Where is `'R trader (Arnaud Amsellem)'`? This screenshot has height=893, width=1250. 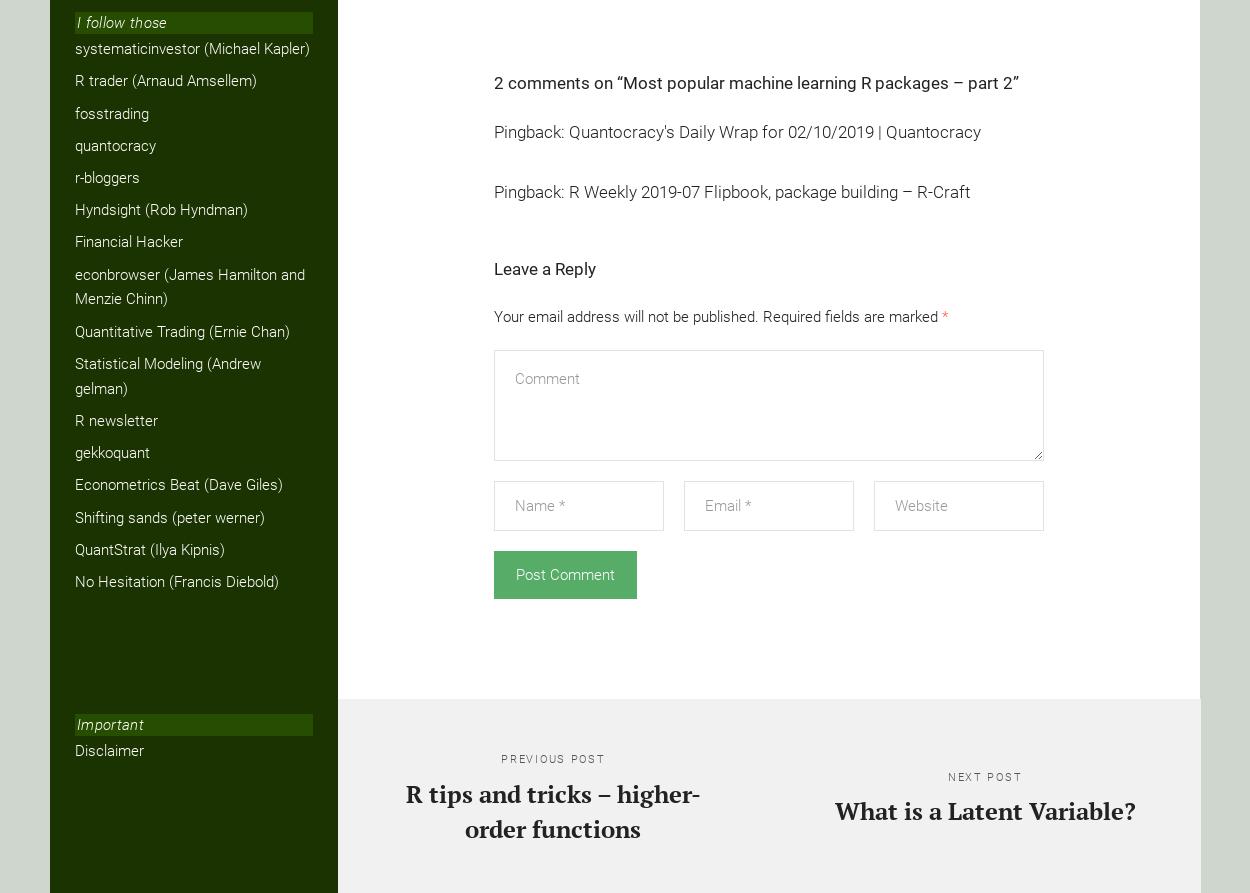 'R trader (Arnaud Amsellem)' is located at coordinates (166, 80).